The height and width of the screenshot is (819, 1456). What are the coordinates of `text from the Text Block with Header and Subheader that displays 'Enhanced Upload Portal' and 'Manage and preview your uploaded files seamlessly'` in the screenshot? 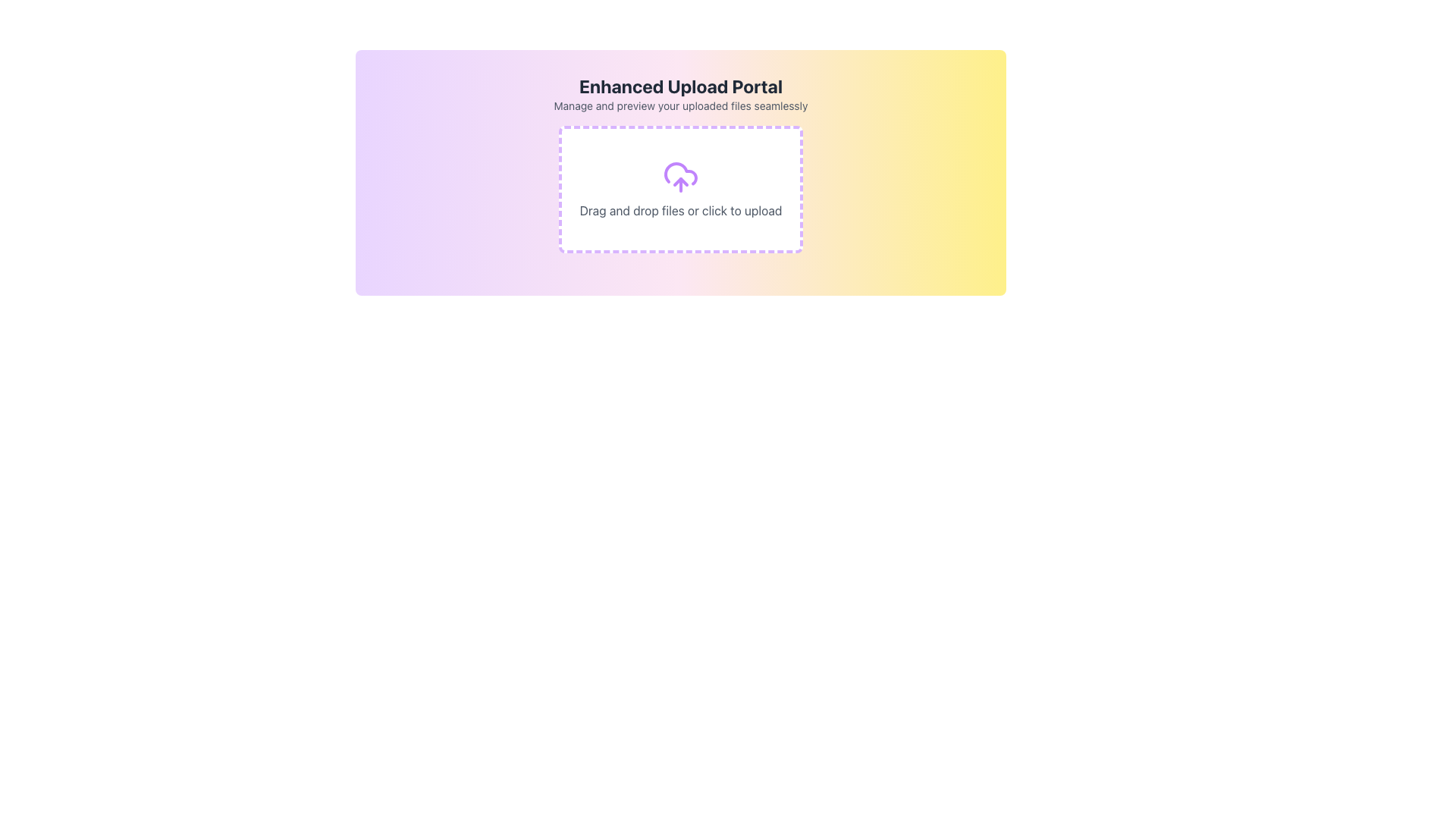 It's located at (679, 93).